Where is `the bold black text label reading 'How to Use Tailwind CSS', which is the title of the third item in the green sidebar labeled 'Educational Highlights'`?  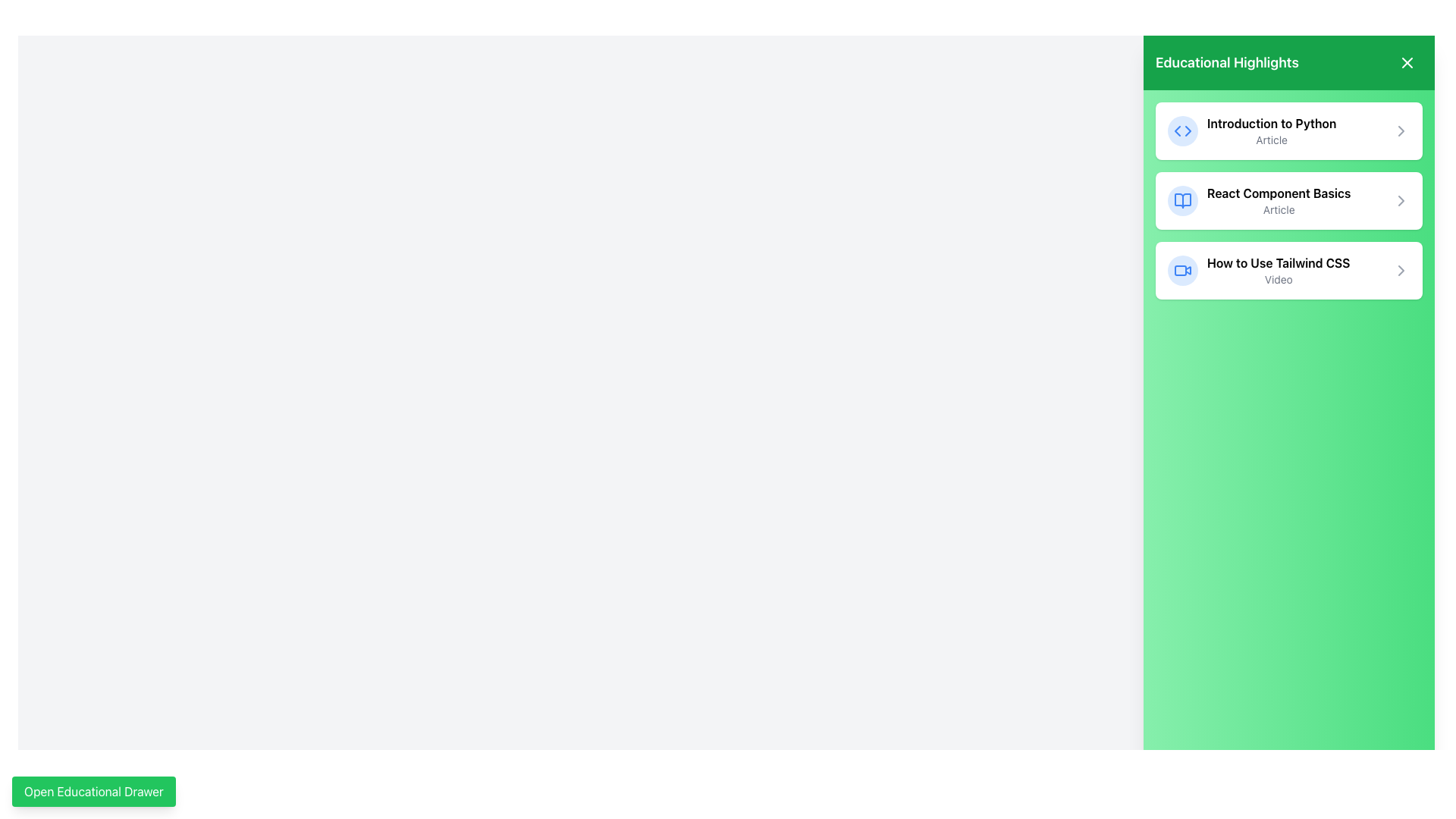 the bold black text label reading 'How to Use Tailwind CSS', which is the title of the third item in the green sidebar labeled 'Educational Highlights' is located at coordinates (1278, 262).